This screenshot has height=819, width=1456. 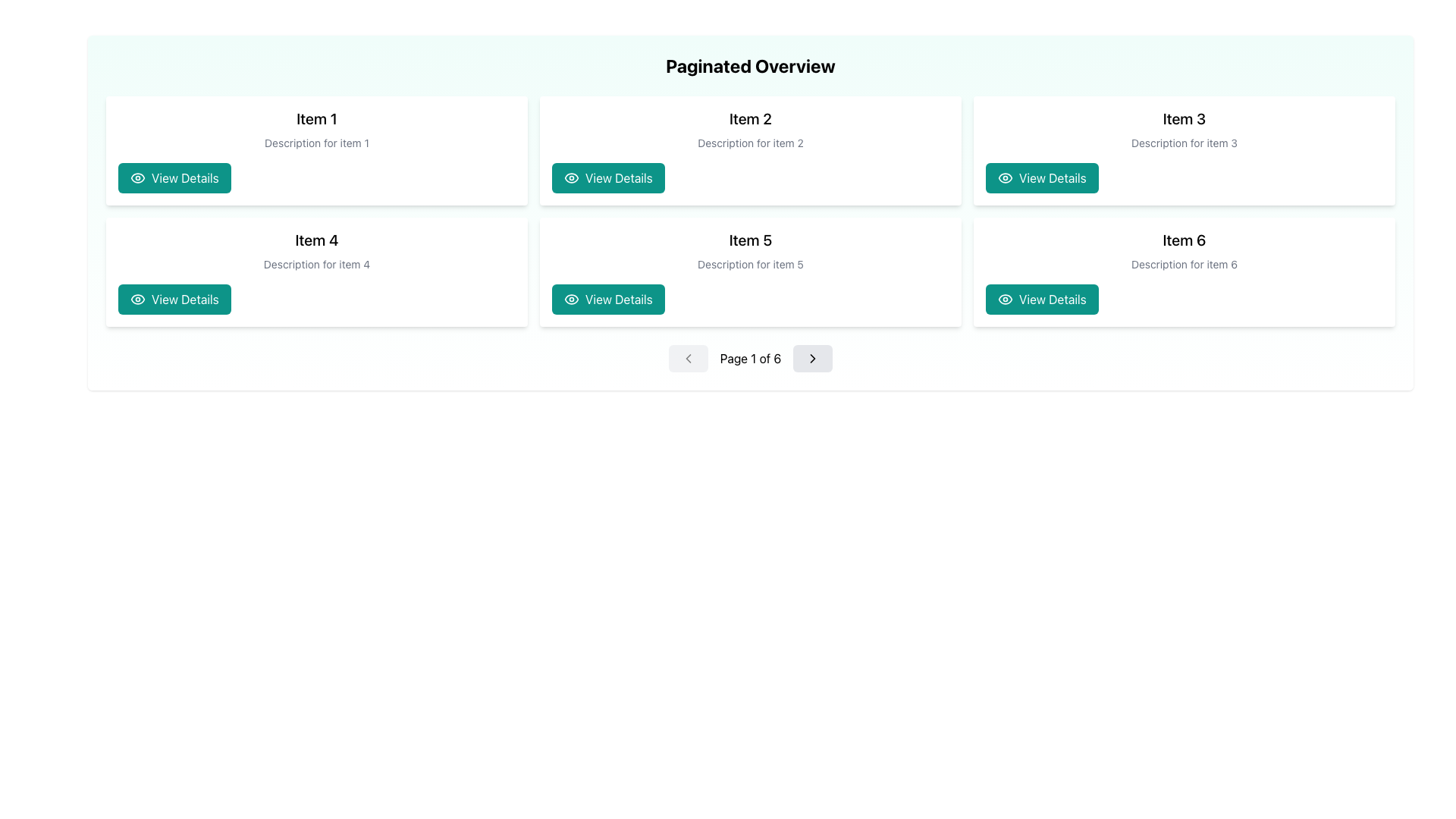 What do you see at coordinates (619, 299) in the screenshot?
I see `the button labeled 'Item 5'` at bounding box center [619, 299].